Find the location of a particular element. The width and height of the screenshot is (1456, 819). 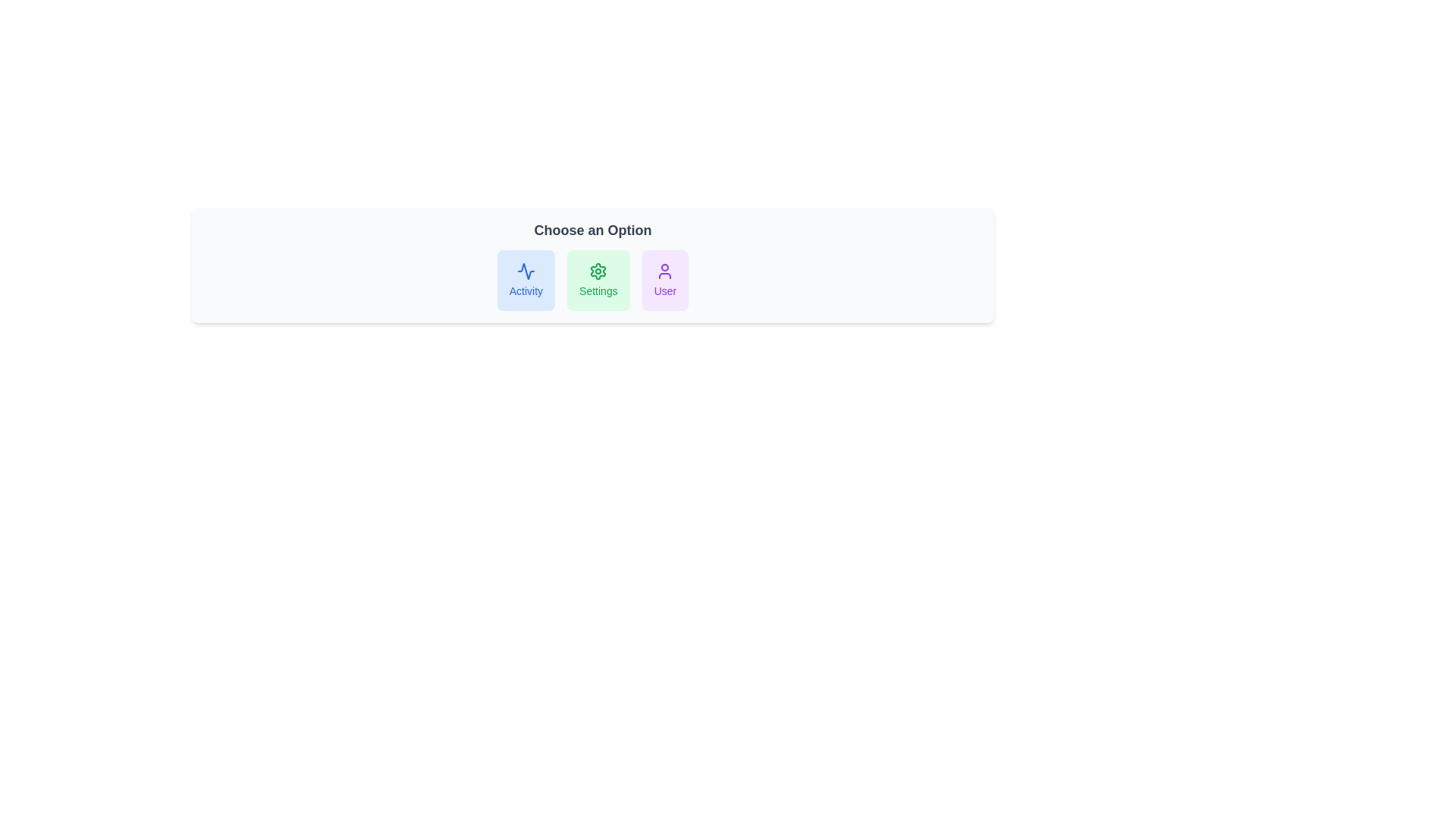

the 'Settings' button, which is the second option below the 'Choose an Option' heading is located at coordinates (592, 281).